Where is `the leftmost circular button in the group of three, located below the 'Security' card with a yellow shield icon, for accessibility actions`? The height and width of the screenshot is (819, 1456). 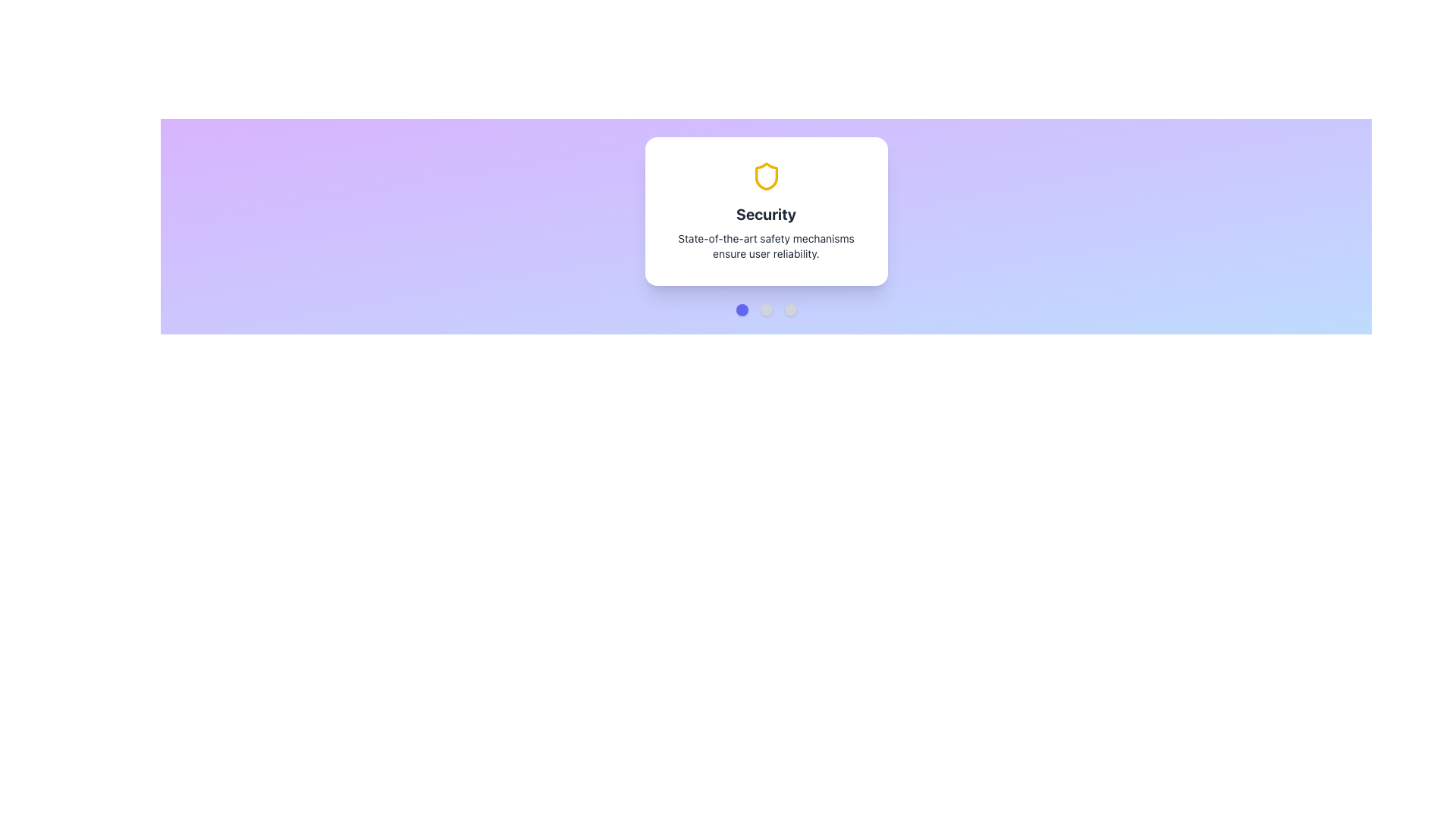
the leftmost circular button in the group of three, located below the 'Security' card with a yellow shield icon, for accessibility actions is located at coordinates (742, 309).